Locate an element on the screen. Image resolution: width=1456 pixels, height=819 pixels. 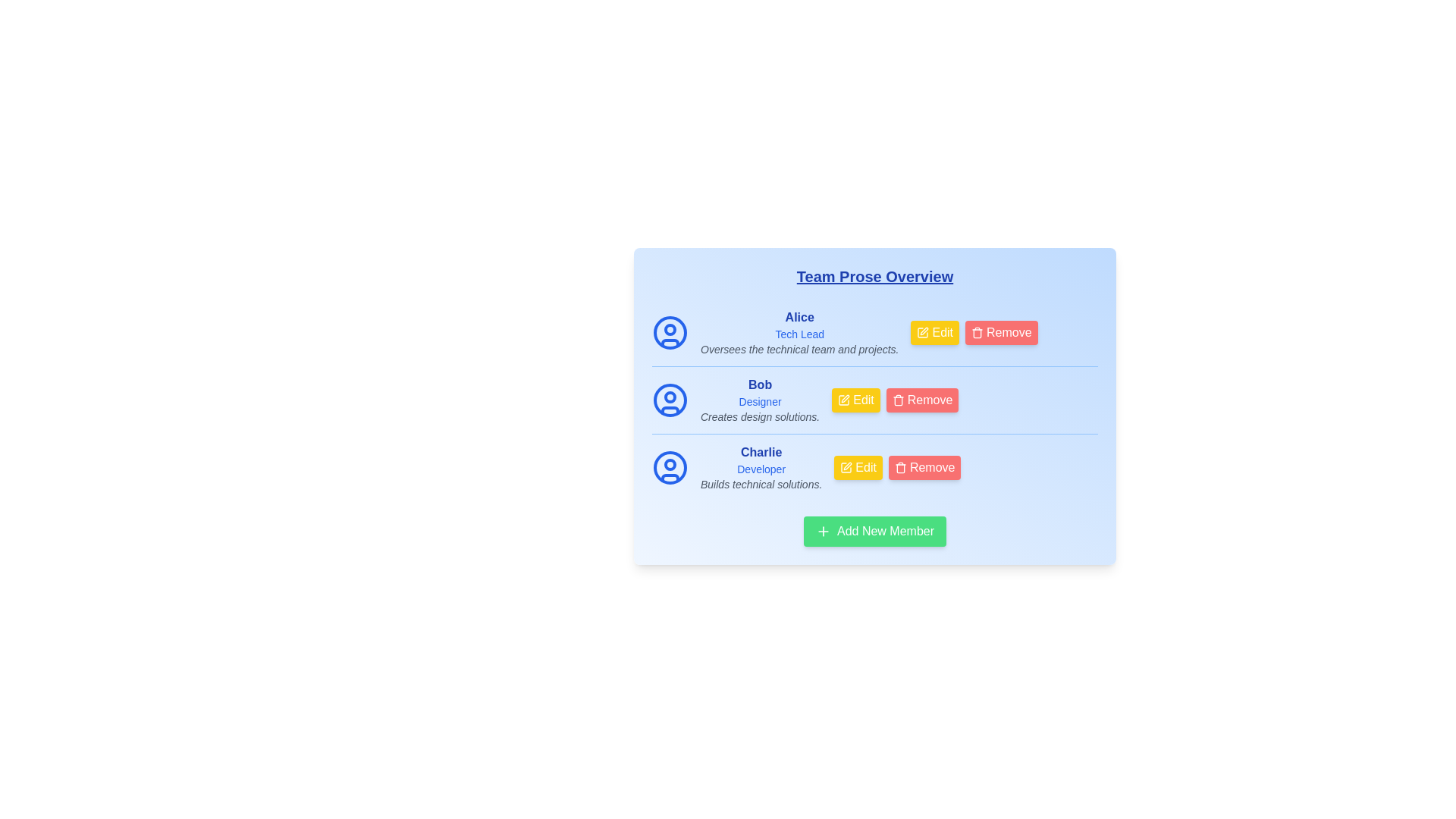
the Text label group containing 'Bob', 'Designer', and 'Creates design solutions', which is center-aligned against a light blue background and positioned between 'Alice' and 'Charlie' is located at coordinates (760, 400).